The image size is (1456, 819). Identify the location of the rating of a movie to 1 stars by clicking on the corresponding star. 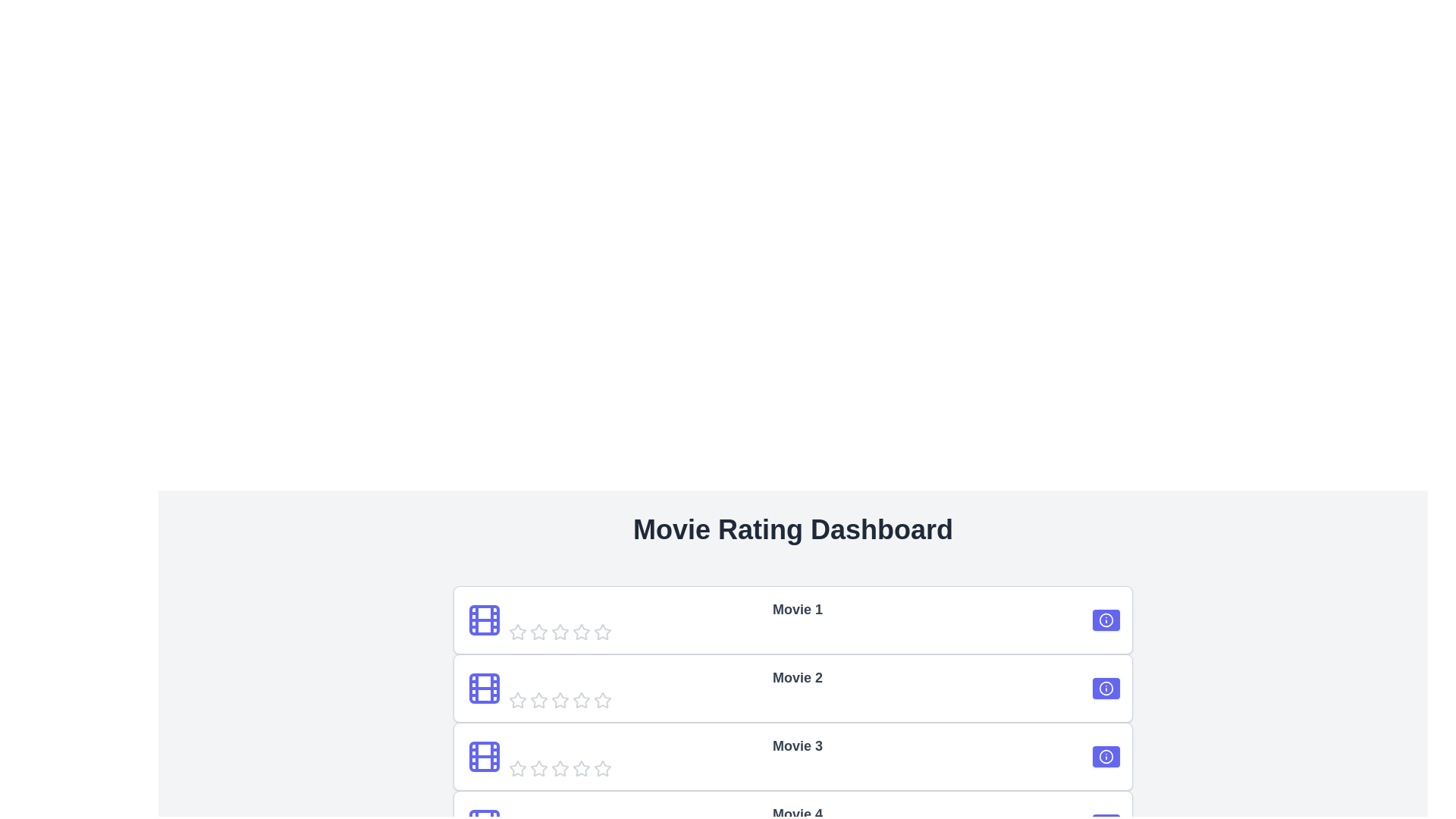
(517, 632).